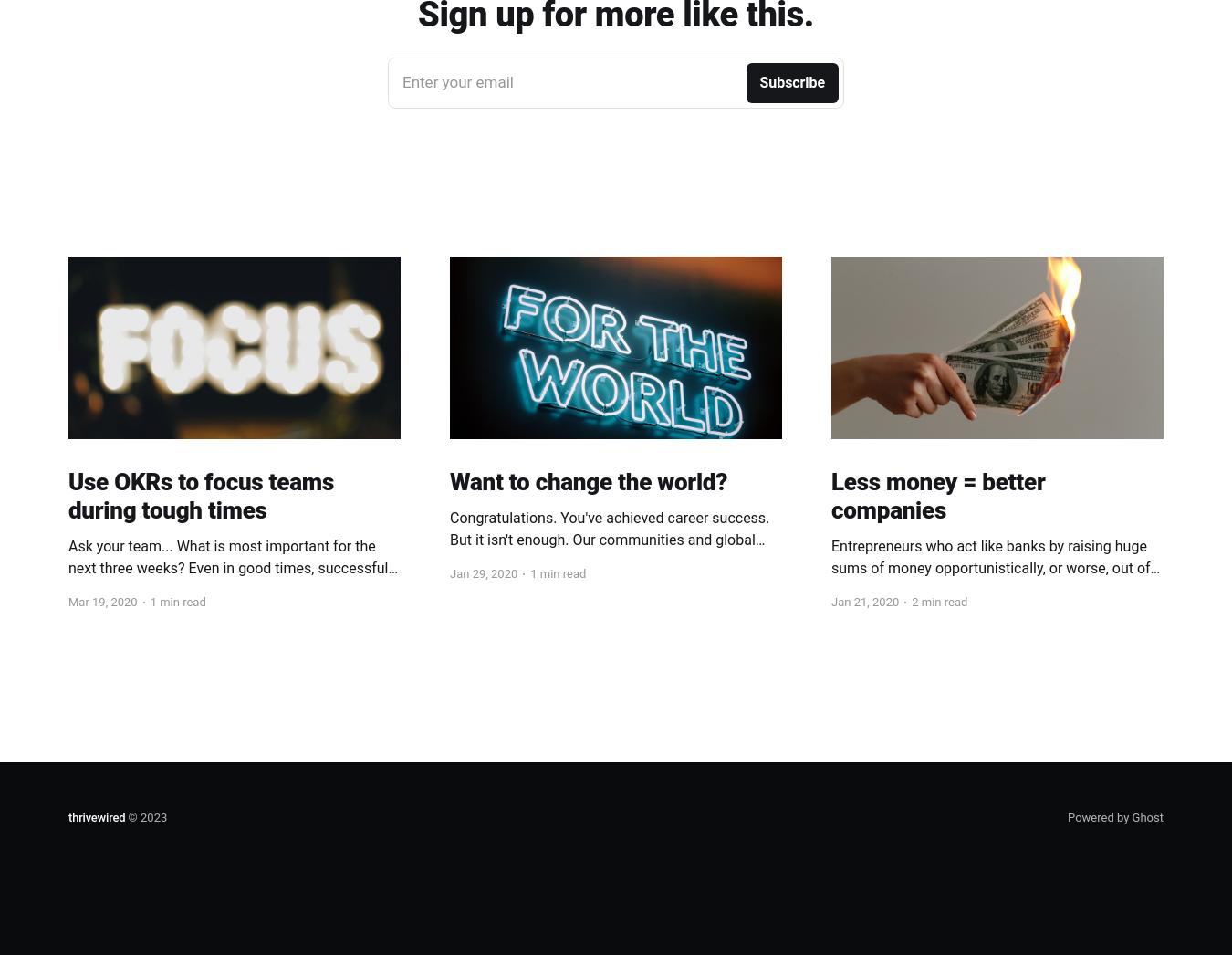  Describe the element at coordinates (938, 494) in the screenshot. I see `'Less money = better companies'` at that location.